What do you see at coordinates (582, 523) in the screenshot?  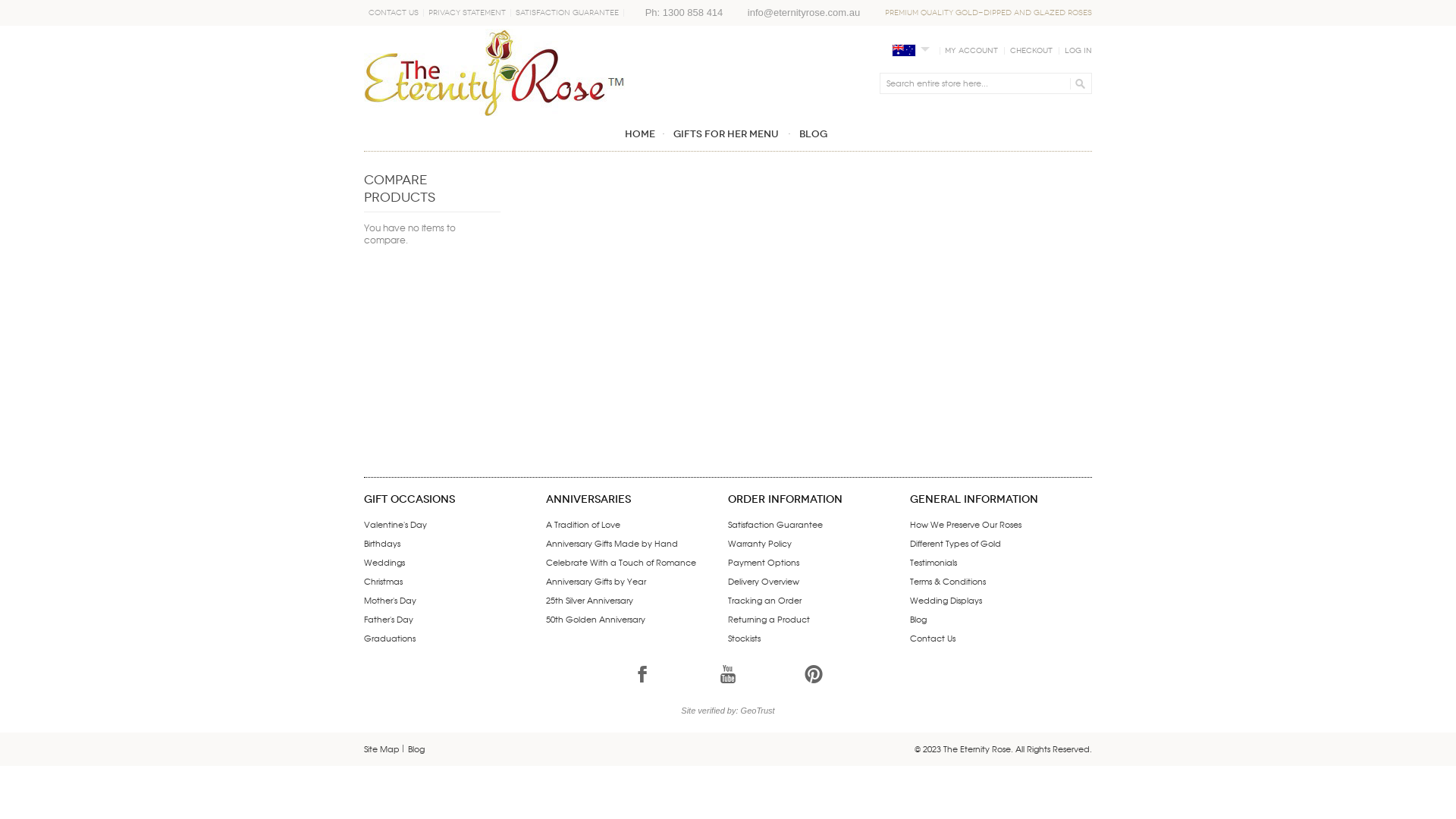 I see `'A Tradition of Love'` at bounding box center [582, 523].